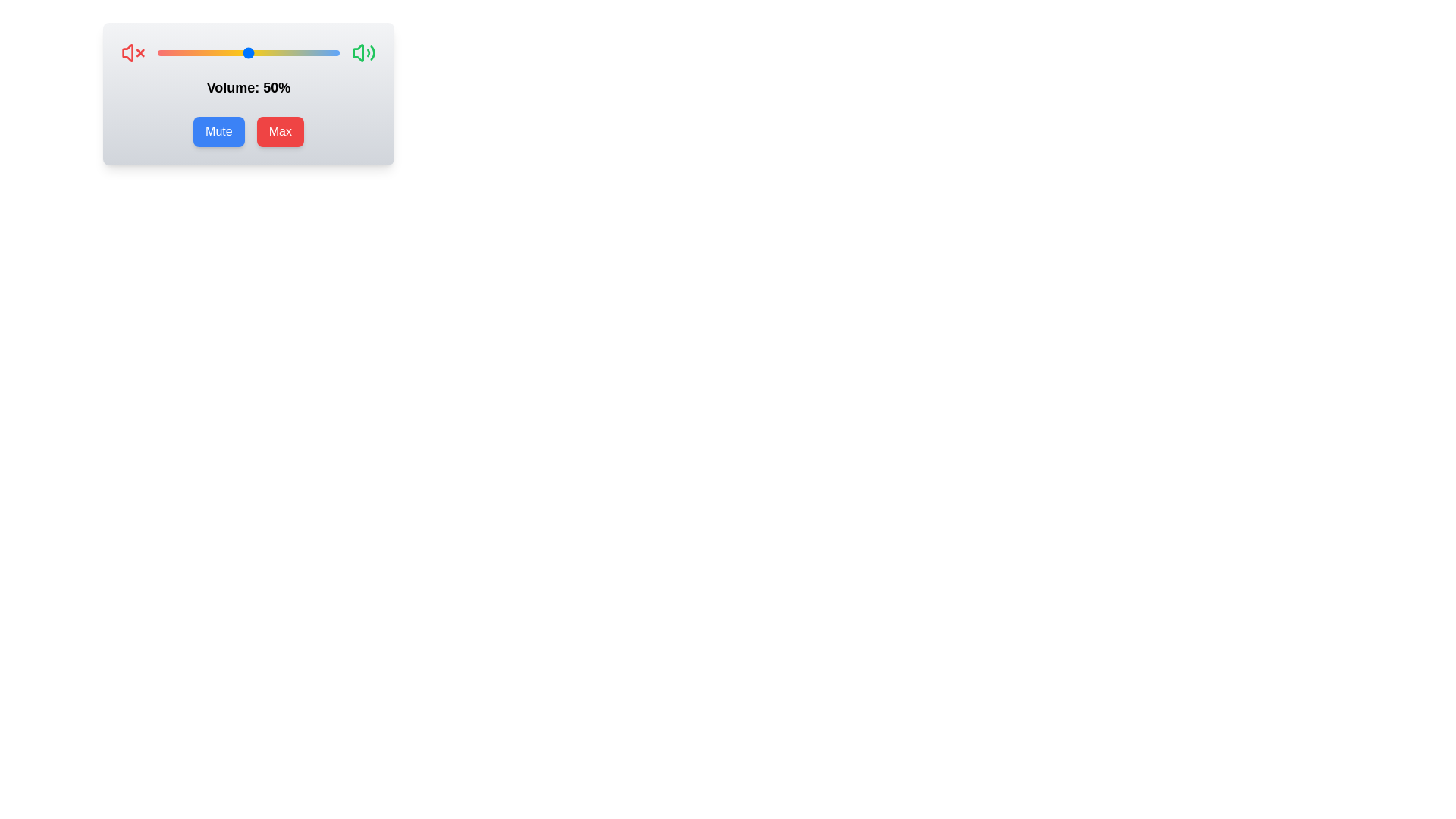  I want to click on the volume slider to 62% level, so click(270, 52).